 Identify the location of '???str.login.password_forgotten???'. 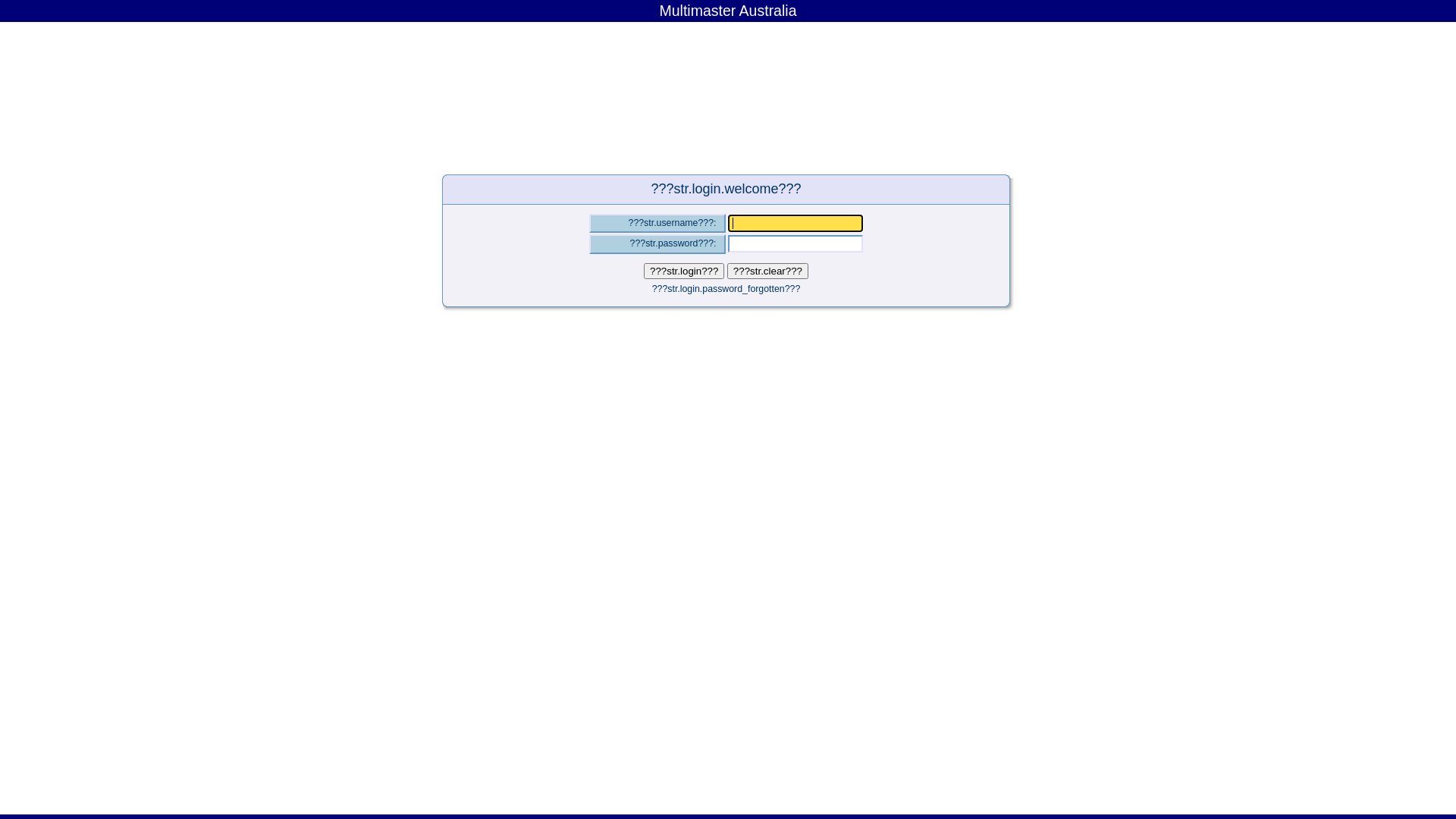
(651, 289).